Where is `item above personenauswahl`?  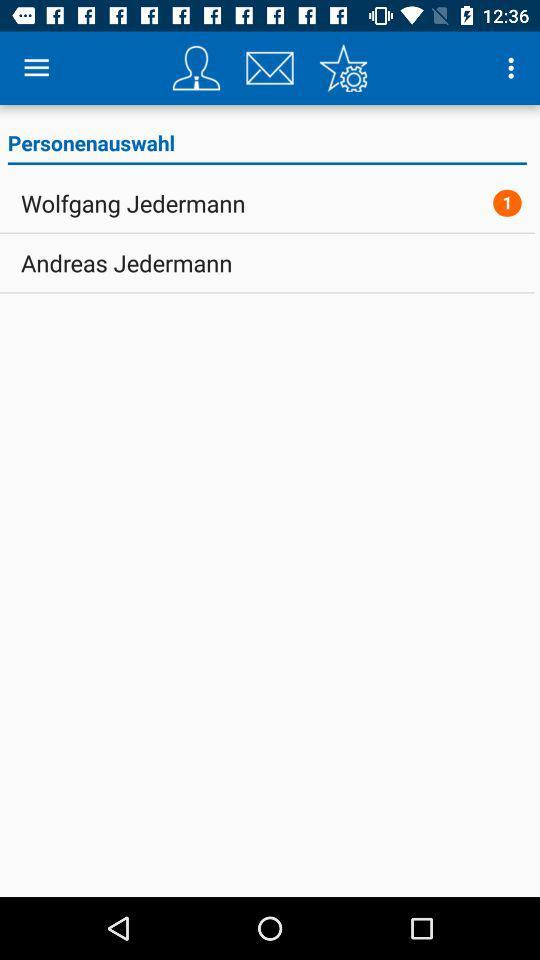
item above personenauswahl is located at coordinates (36, 68).